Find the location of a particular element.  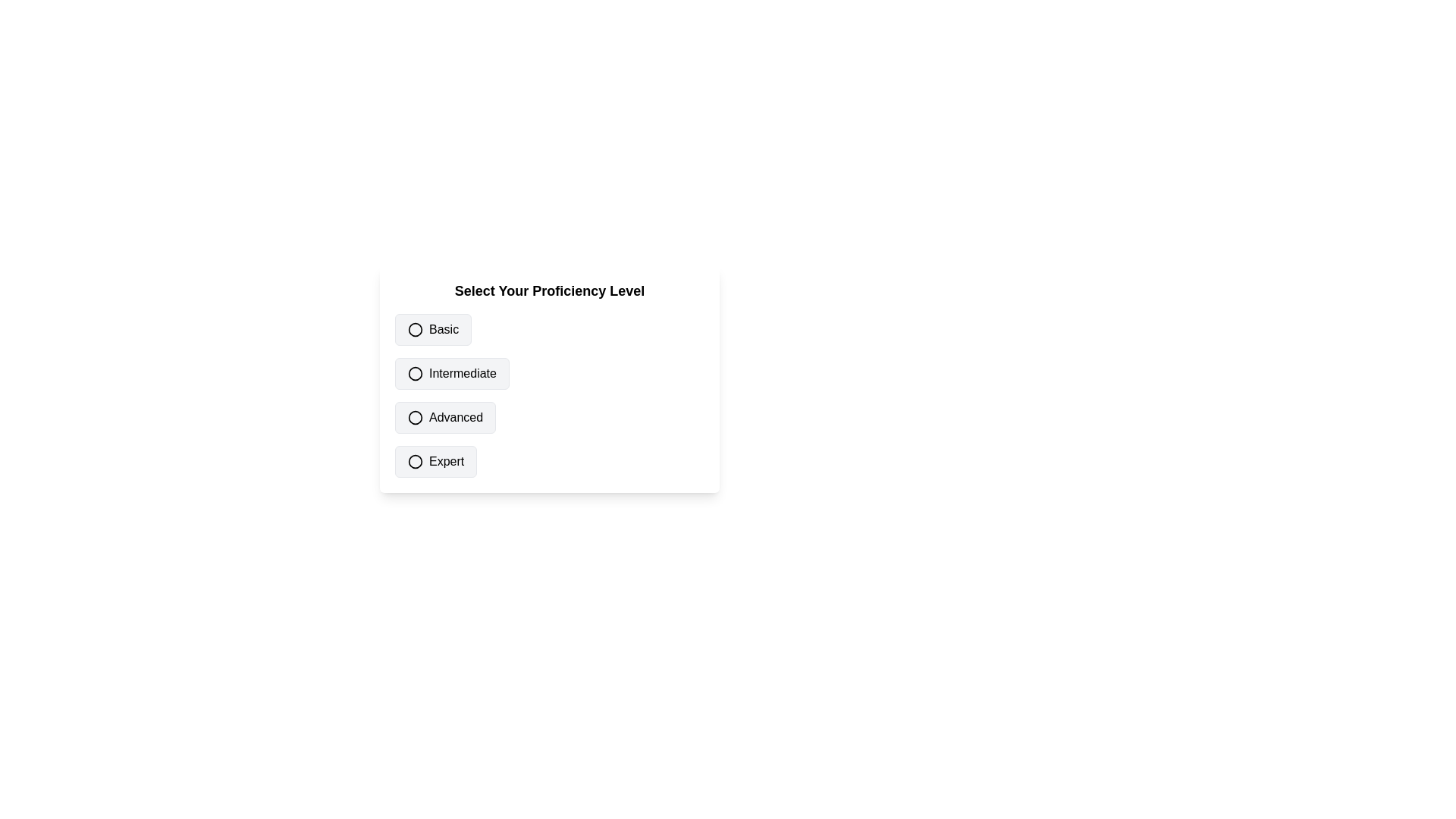

the label indicating the proficiency level option marked as 'Advanced', which is positioned to the right of the corresponding circular selection icon in the third option of a vertical list is located at coordinates (455, 418).